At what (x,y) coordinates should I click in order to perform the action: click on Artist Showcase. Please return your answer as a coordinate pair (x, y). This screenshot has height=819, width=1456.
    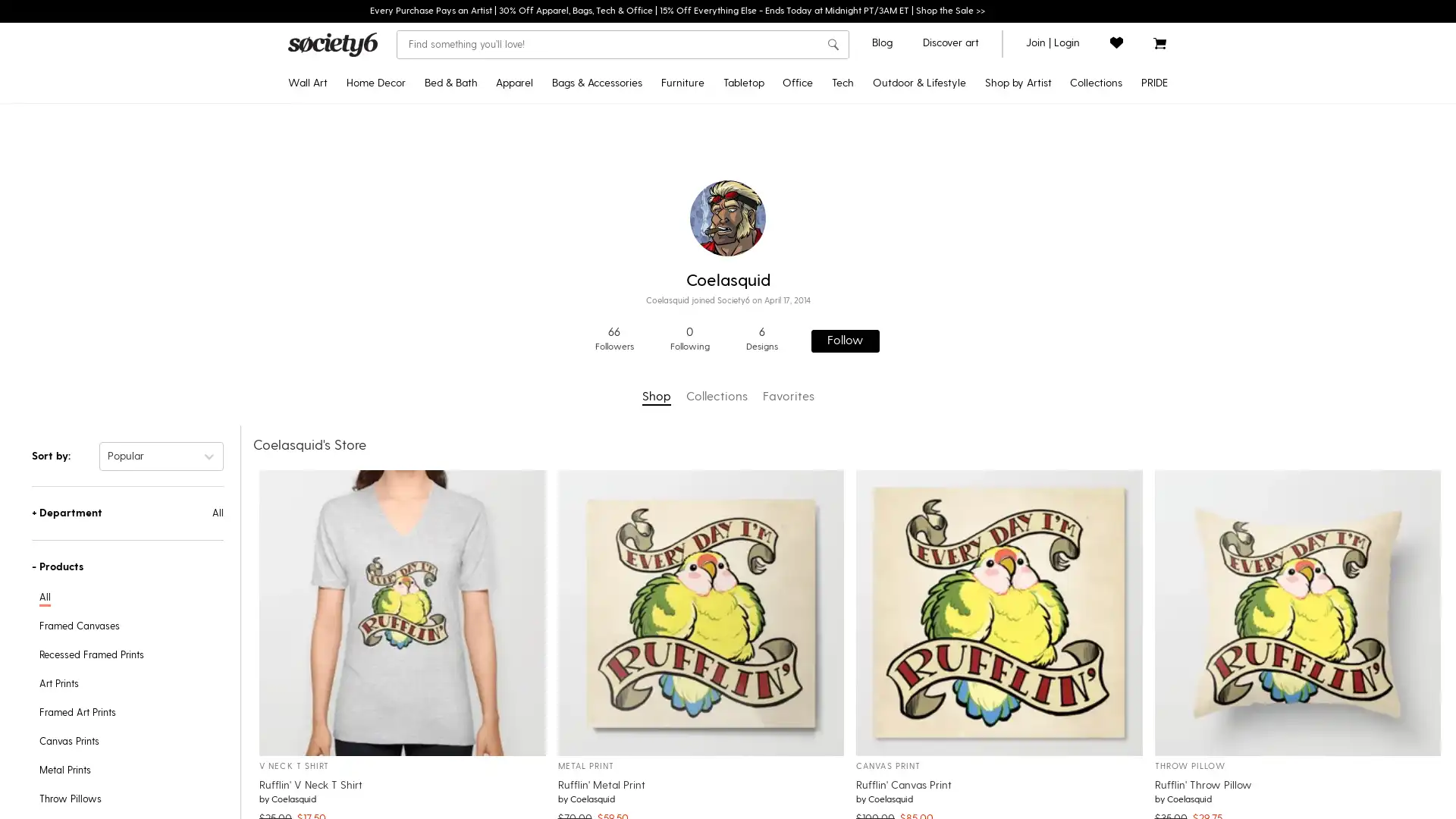
    Looking at the image, I should click on (977, 292).